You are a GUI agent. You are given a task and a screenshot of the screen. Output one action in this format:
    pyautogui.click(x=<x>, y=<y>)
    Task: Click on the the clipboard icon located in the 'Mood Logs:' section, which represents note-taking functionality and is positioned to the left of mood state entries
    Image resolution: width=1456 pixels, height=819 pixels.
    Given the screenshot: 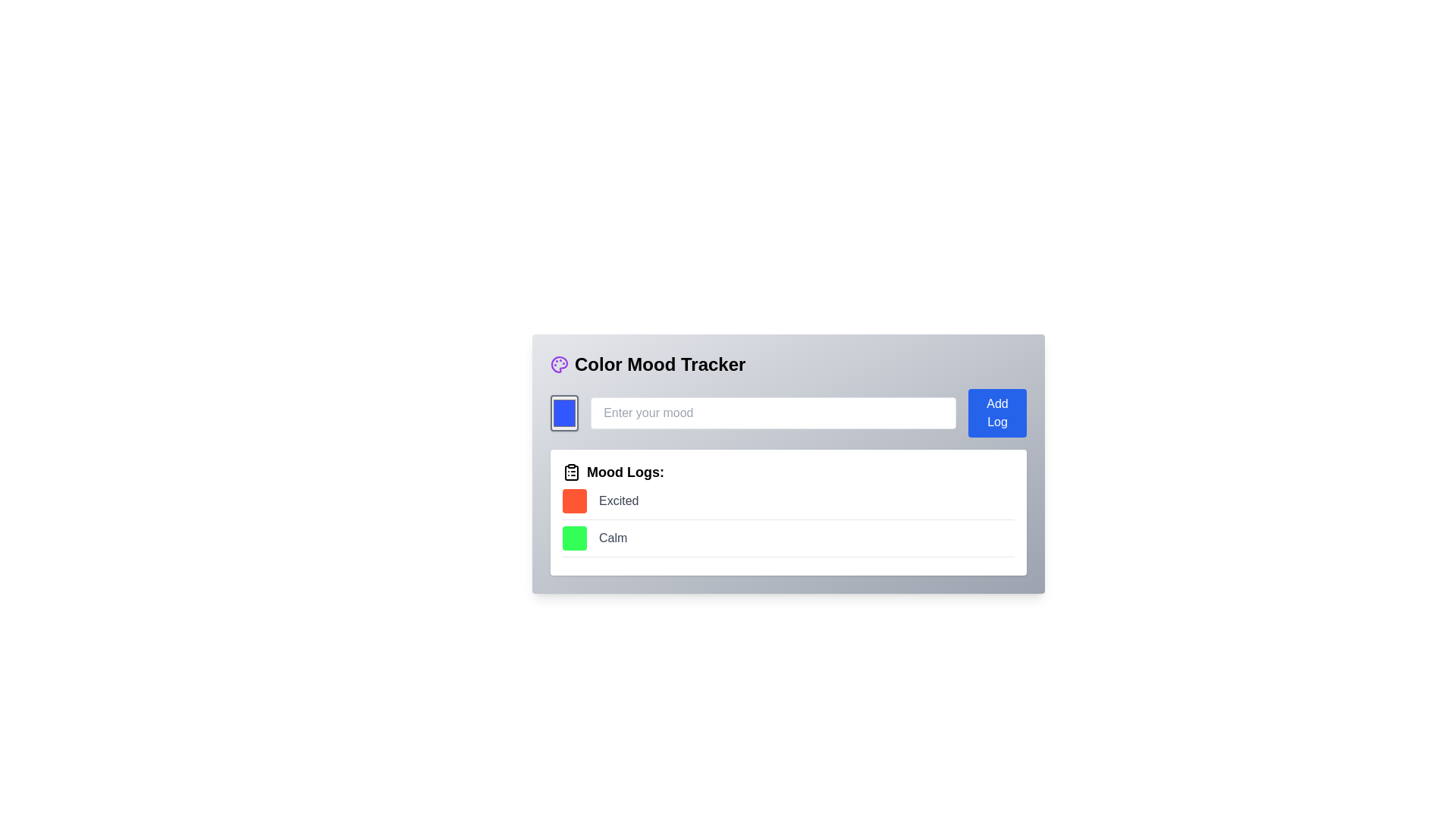 What is the action you would take?
    pyautogui.click(x=570, y=472)
    